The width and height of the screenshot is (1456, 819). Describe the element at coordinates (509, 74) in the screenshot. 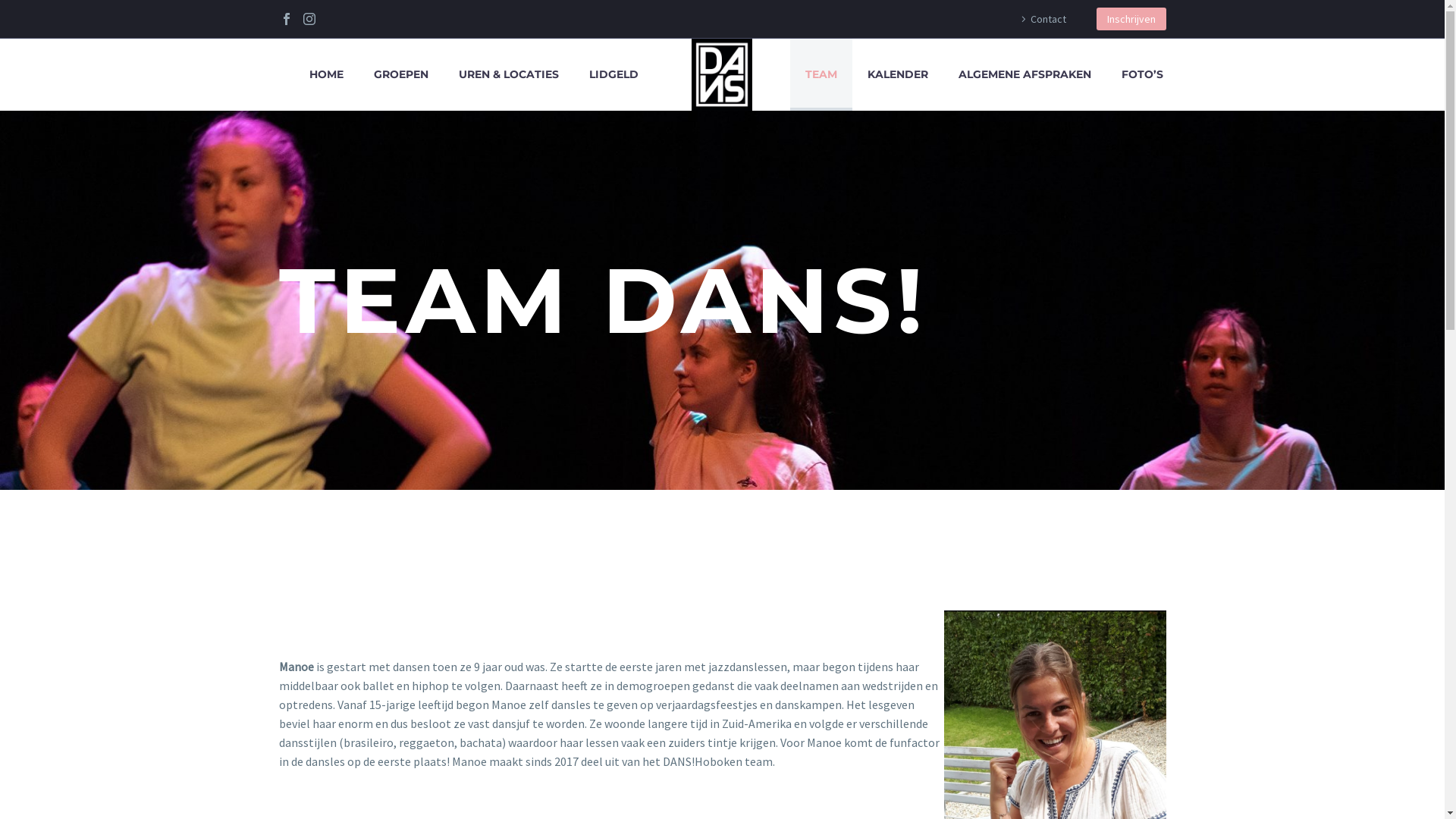

I see `'UREN & LOCATIES'` at that location.